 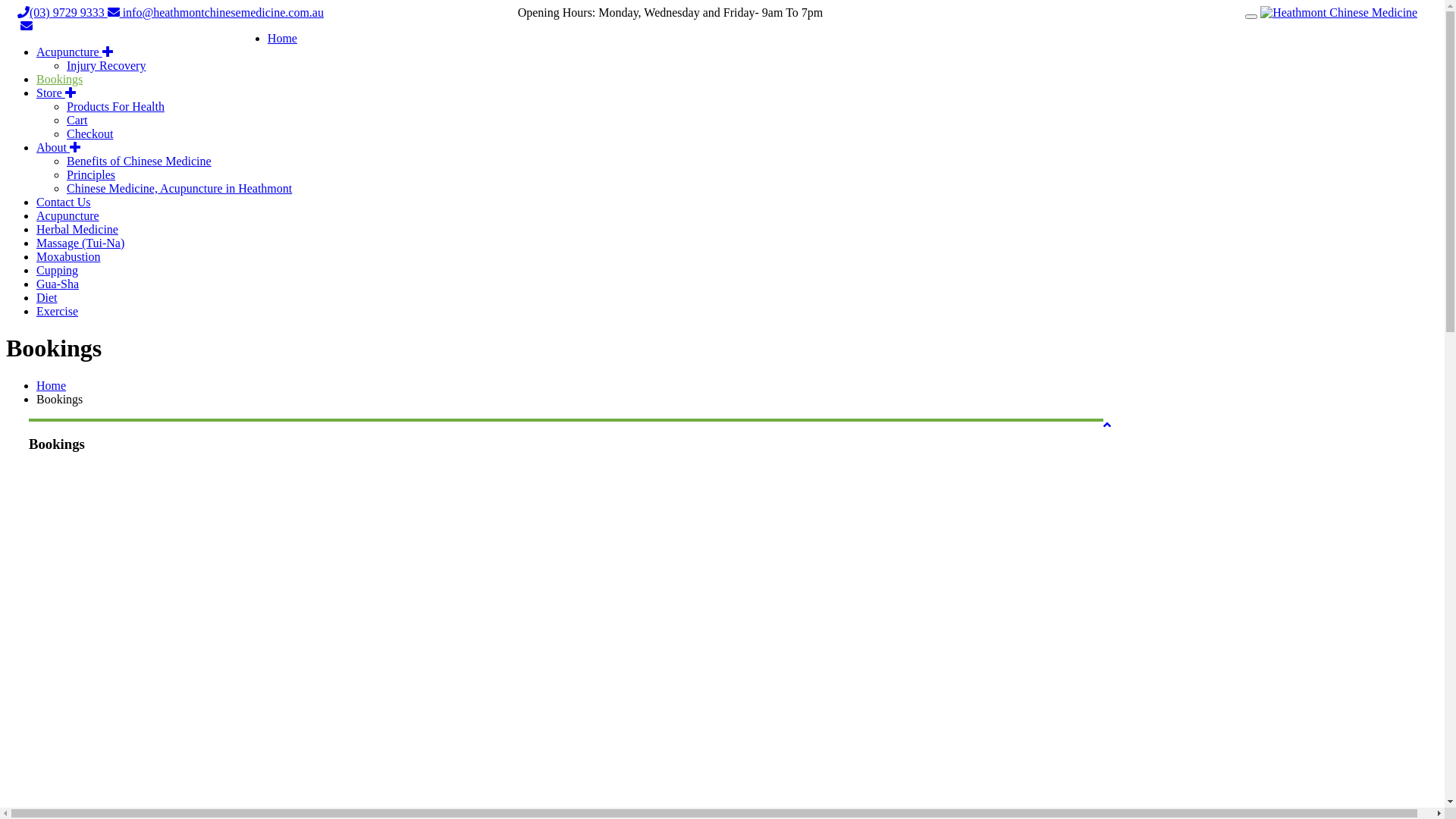 I want to click on 'Gua-Sha', so click(x=58, y=284).